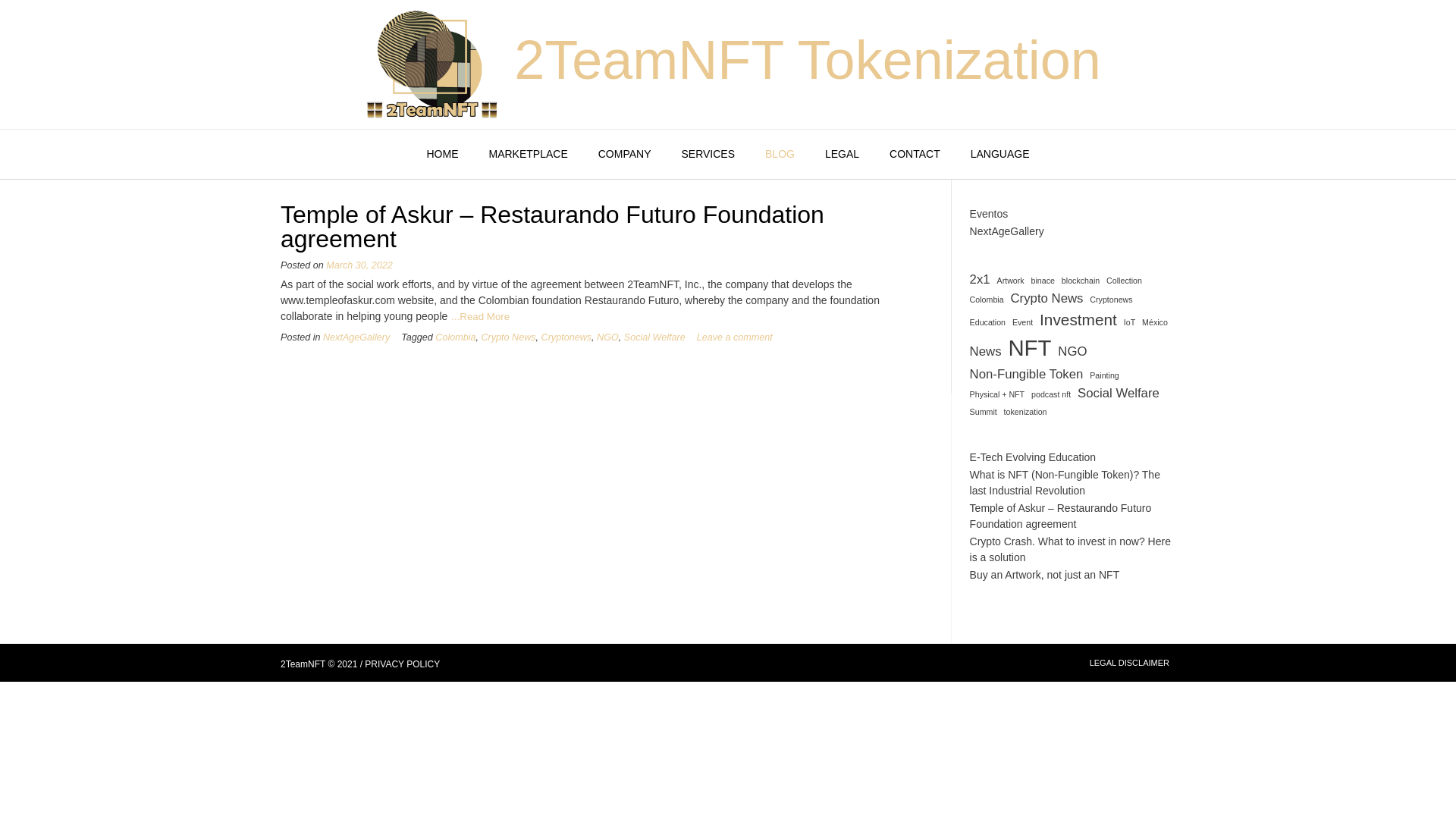 This screenshot has width=1456, height=819. What do you see at coordinates (359, 265) in the screenshot?
I see `'March 30, 2022'` at bounding box center [359, 265].